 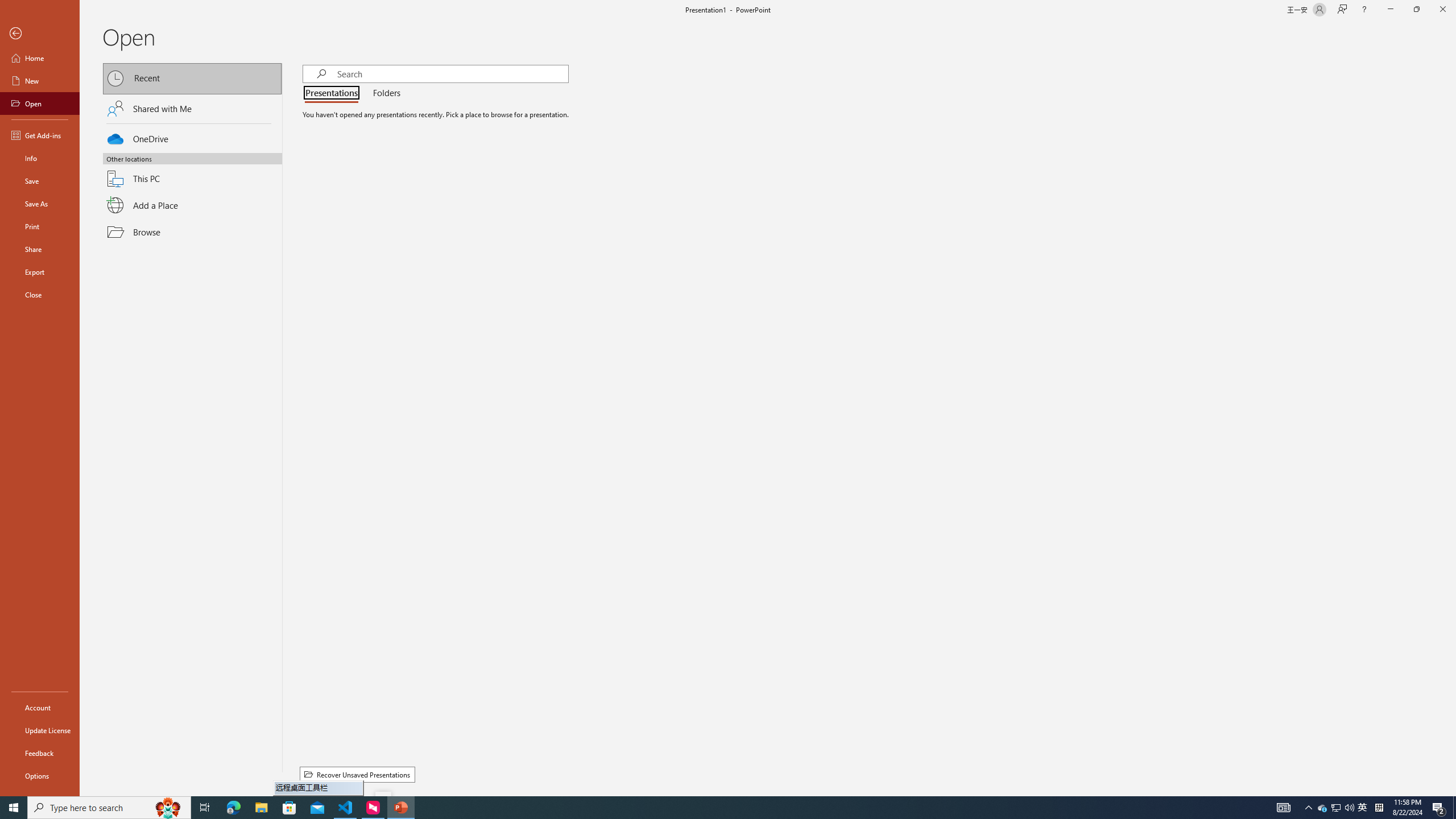 What do you see at coordinates (39, 753) in the screenshot?
I see `'Feedback'` at bounding box center [39, 753].